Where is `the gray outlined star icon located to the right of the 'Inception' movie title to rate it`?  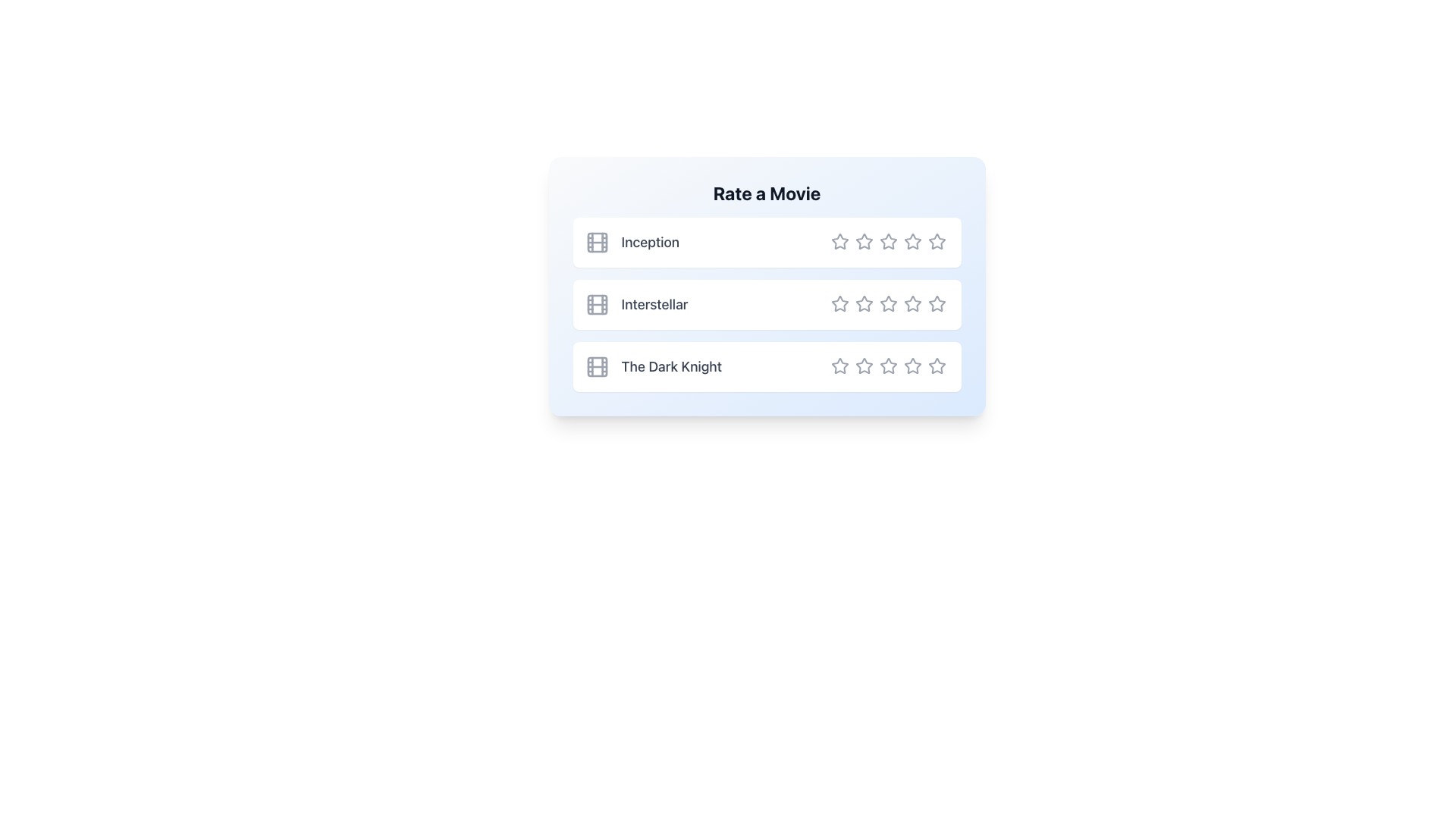
the gray outlined star icon located to the right of the 'Inception' movie title to rate it is located at coordinates (839, 241).